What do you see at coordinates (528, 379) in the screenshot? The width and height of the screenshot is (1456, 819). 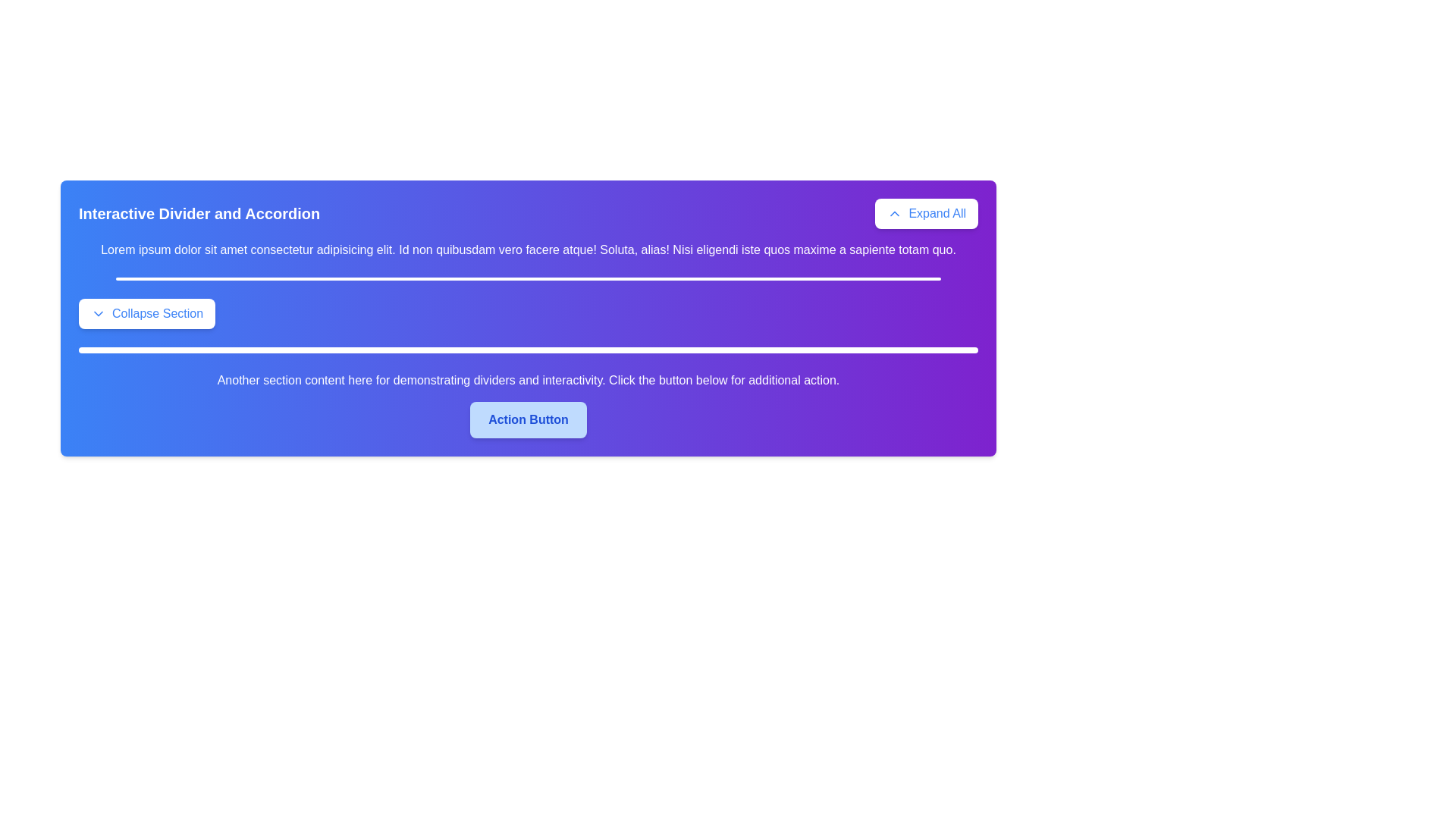 I see `descriptive paragraph text element located within a blue-purple gradient box, positioned directly above the 'Action Button' and below a white horizontal divider line` at bounding box center [528, 379].